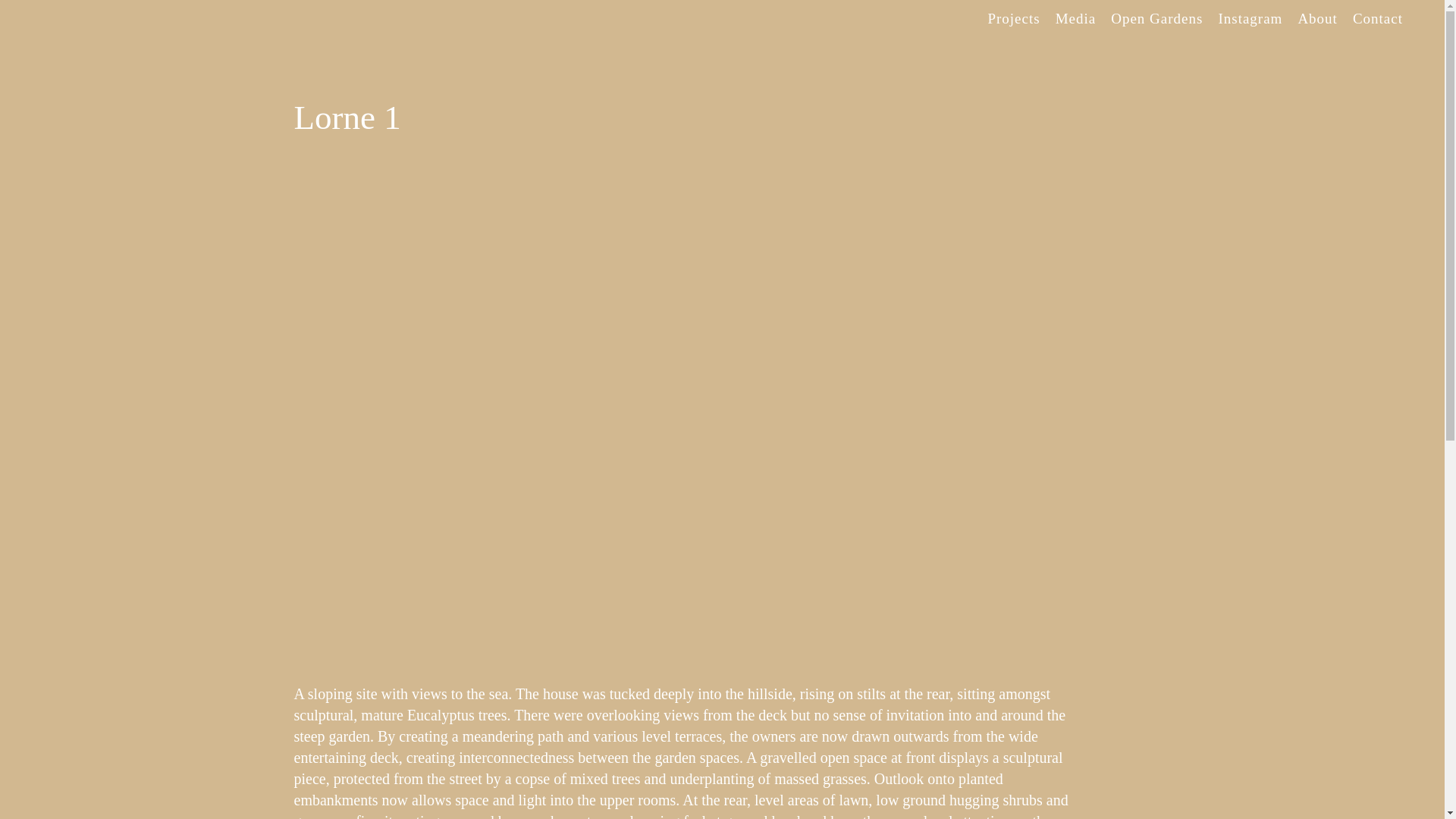 The width and height of the screenshot is (1456, 819). What do you see at coordinates (1013, 18) in the screenshot?
I see `'Projects'` at bounding box center [1013, 18].